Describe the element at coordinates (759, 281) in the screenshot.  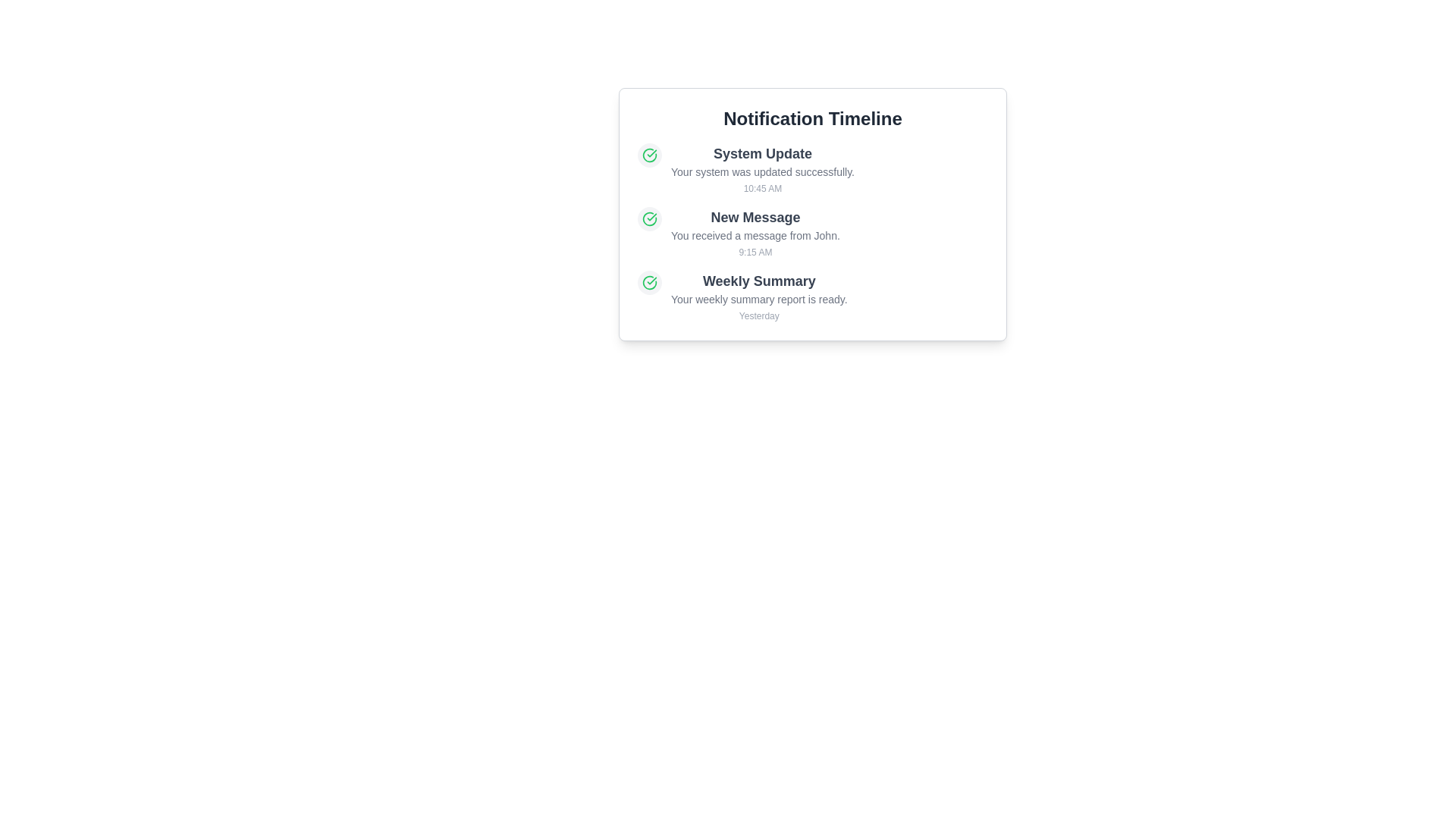
I see `the bold text label 'Weekly Summary' located in the third notification block of the 'Notification Timeline' panel` at that location.